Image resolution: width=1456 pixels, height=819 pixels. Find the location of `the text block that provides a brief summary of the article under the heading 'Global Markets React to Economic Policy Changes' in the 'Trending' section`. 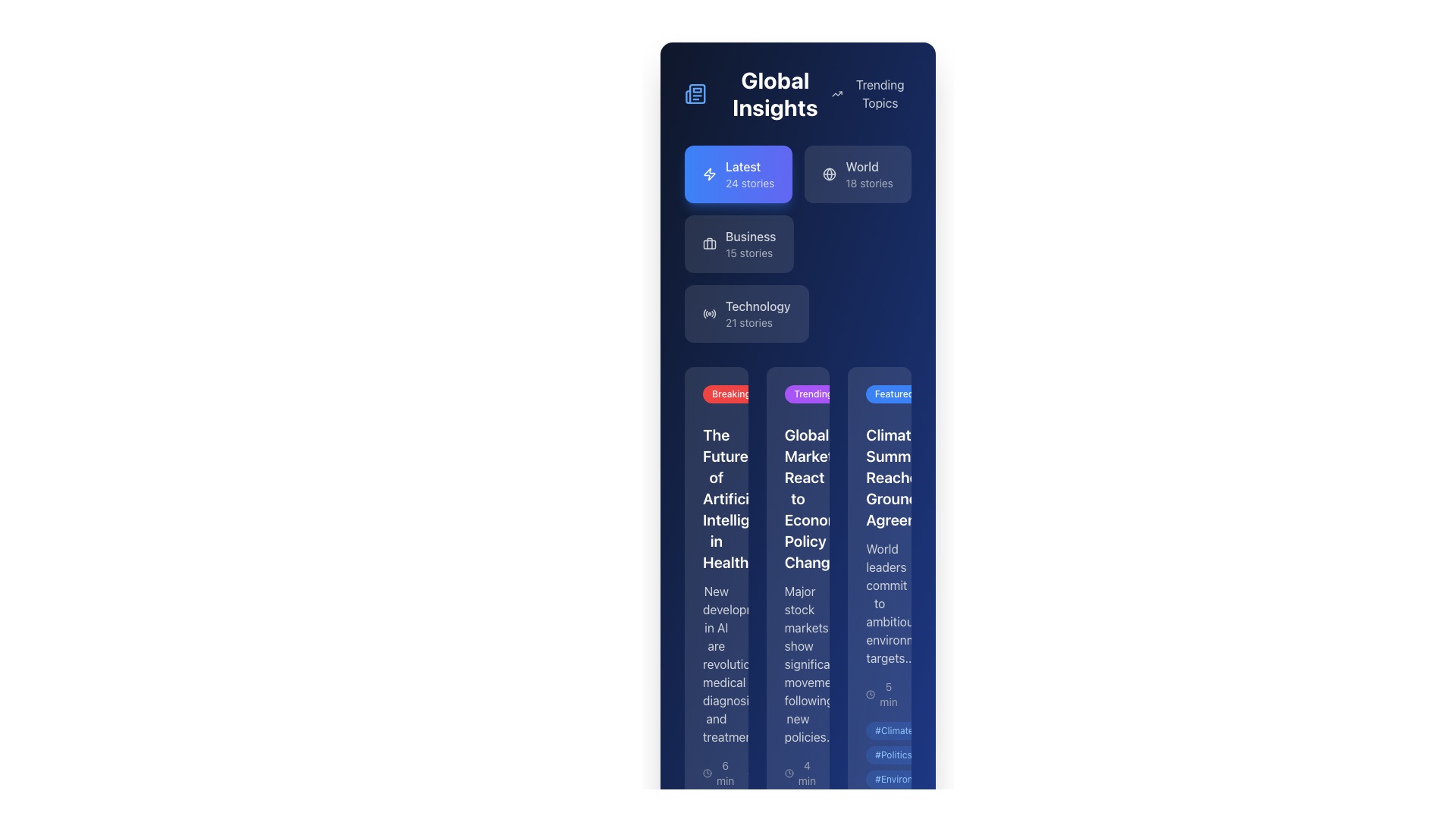

the text block that provides a brief summary of the article under the heading 'Global Markets React to Economic Policy Changes' in the 'Trending' section is located at coordinates (797, 663).